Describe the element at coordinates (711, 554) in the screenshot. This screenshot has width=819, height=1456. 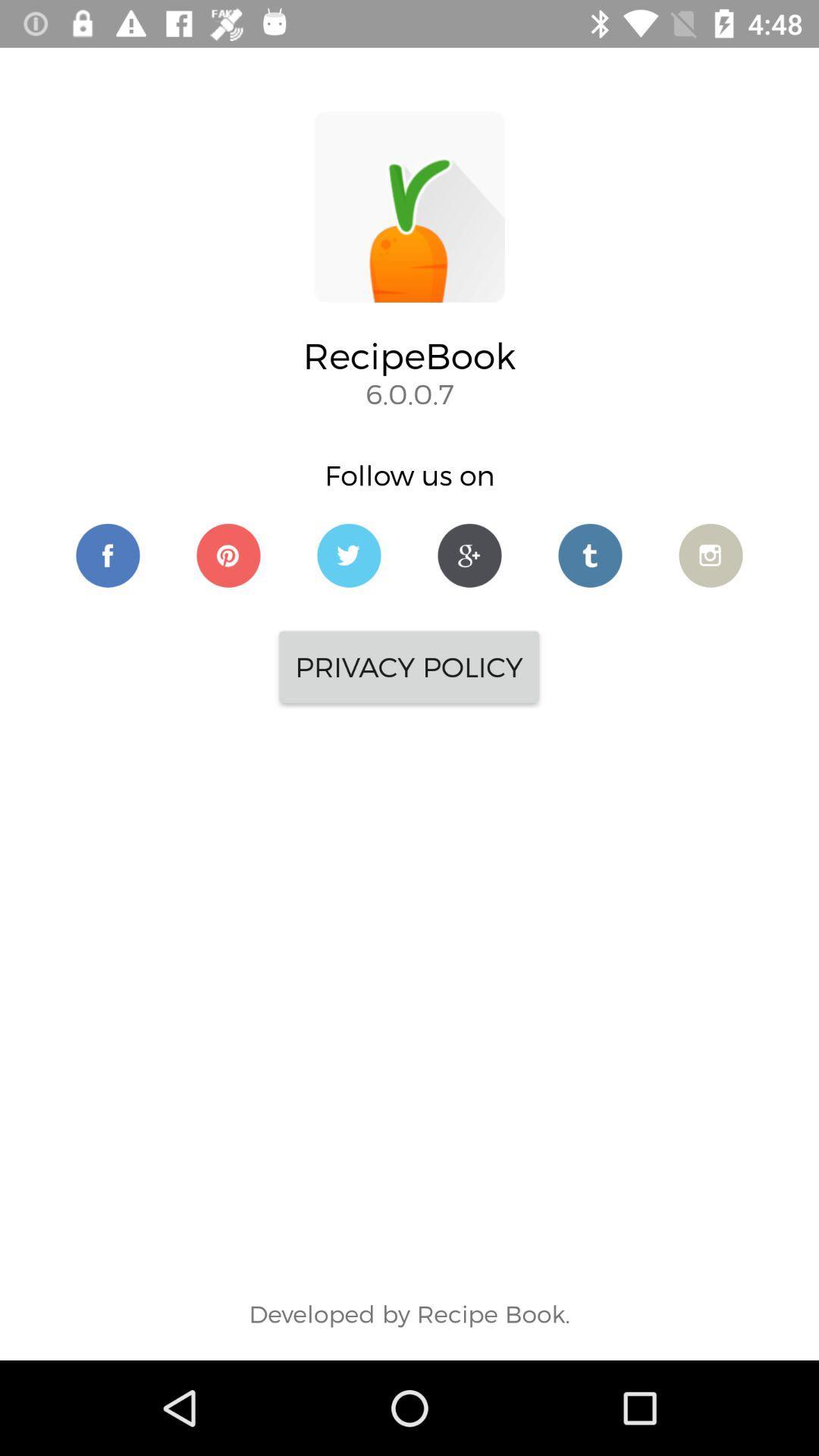
I see `share to instagram` at that location.